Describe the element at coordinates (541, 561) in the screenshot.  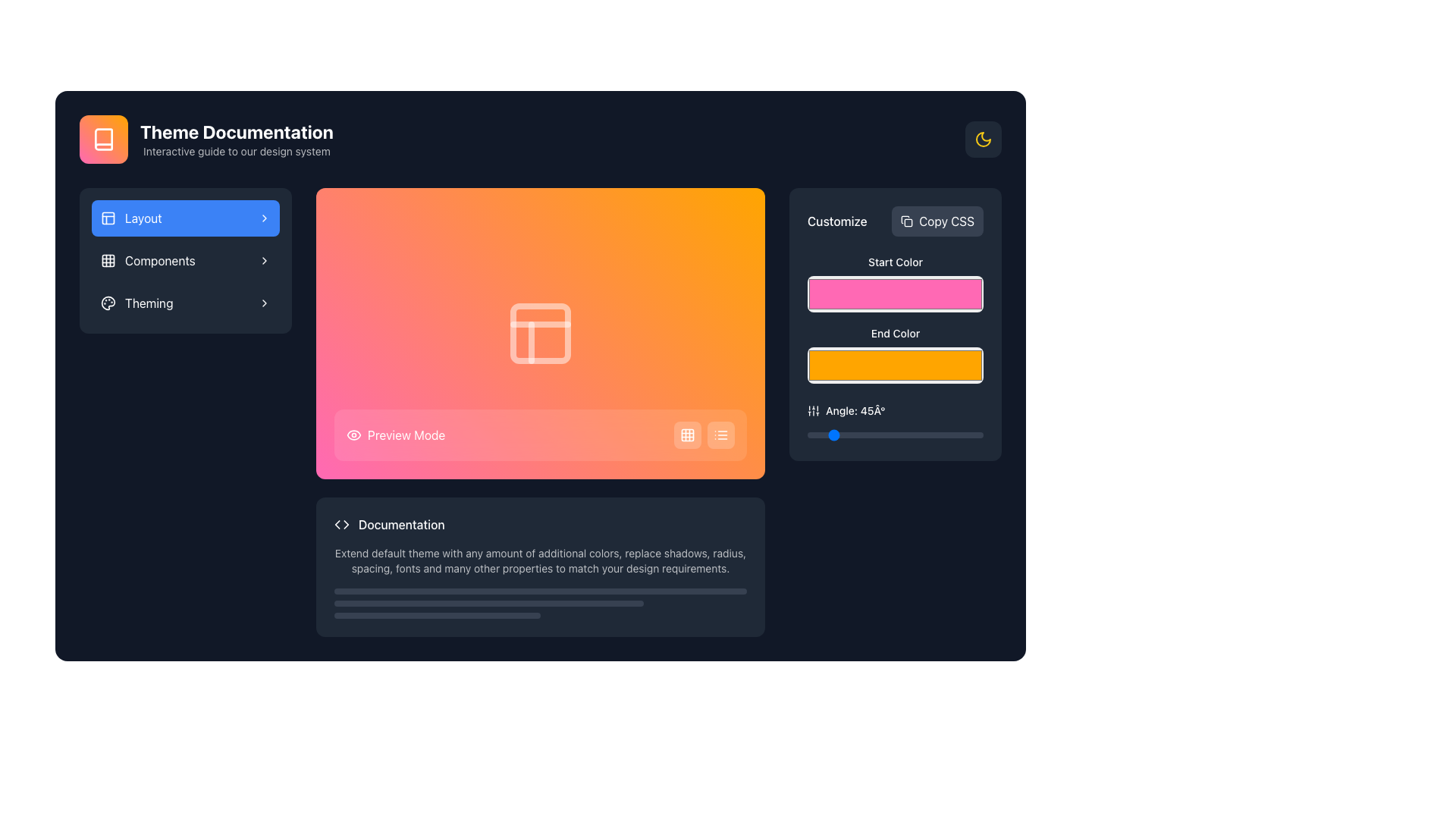
I see `the text element that reads 'Extend default theme with any amount of additional colors, replace shadows, radius, spacing, fonts and many other properties to match your design requirements.' positioned below the 'Documentation' heading` at that location.